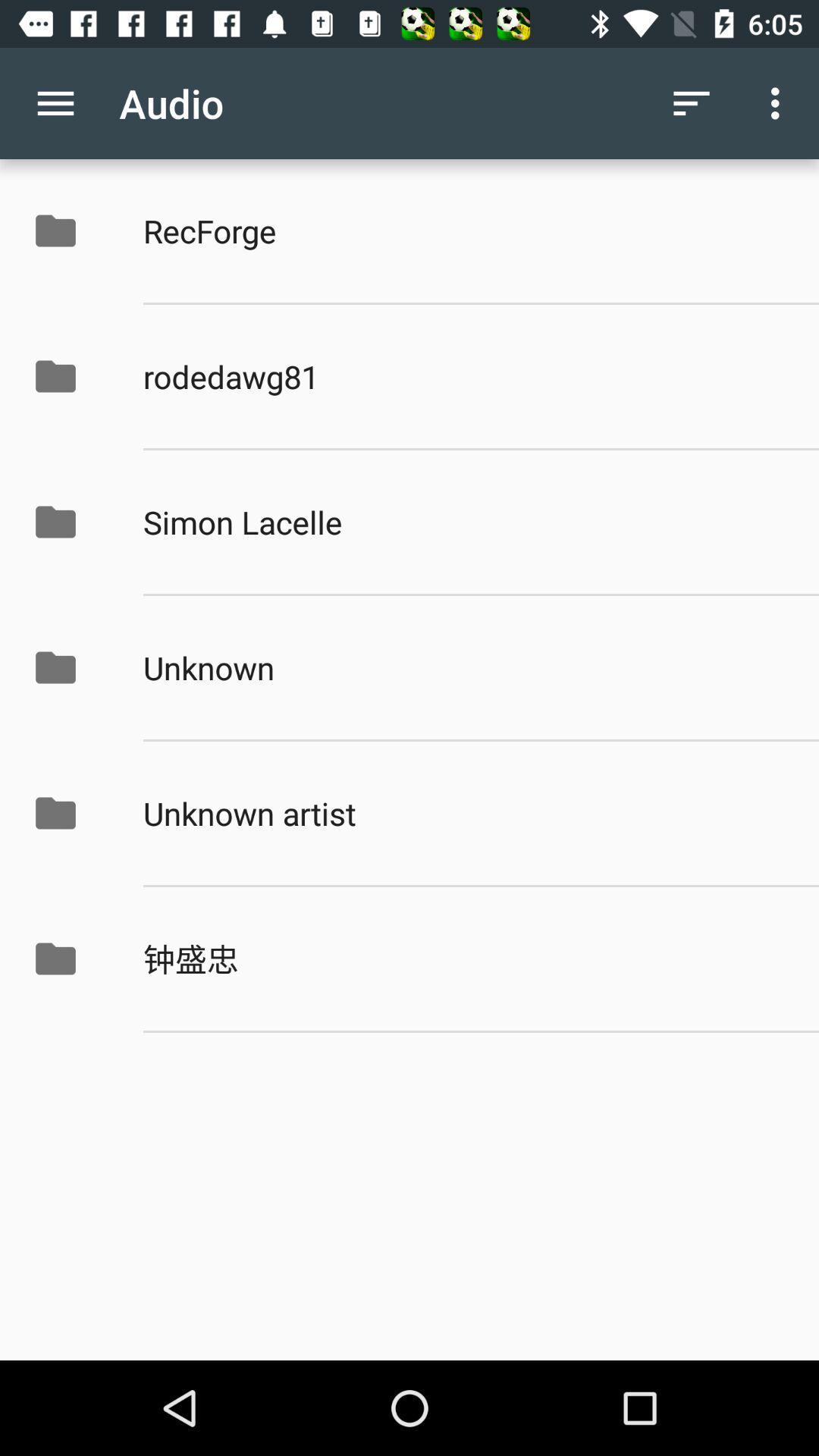 This screenshot has width=819, height=1456. Describe the element at coordinates (464, 958) in the screenshot. I see `app below the unknown artist app` at that location.